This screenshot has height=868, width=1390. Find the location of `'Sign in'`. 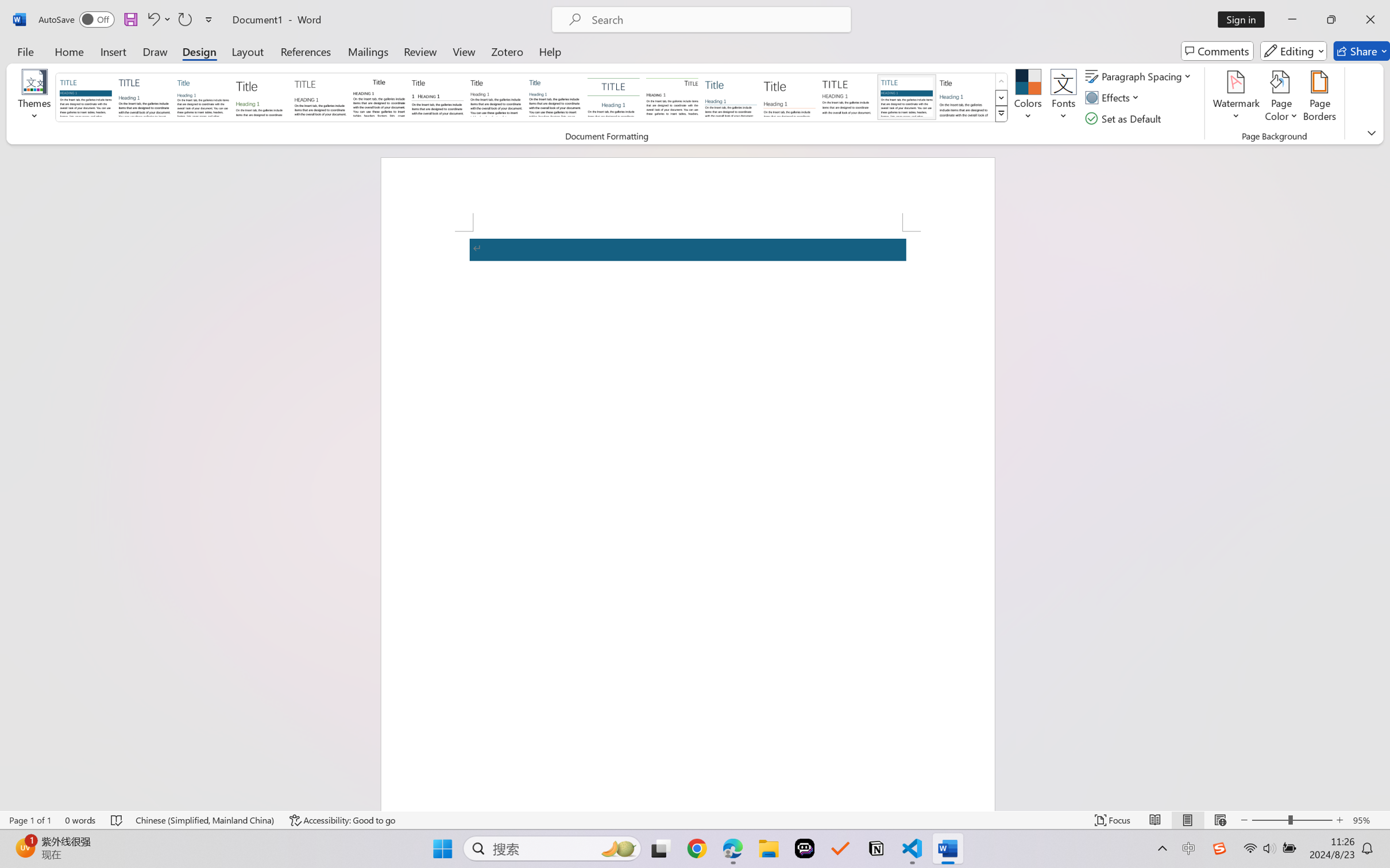

'Sign in' is located at coordinates (1245, 19).